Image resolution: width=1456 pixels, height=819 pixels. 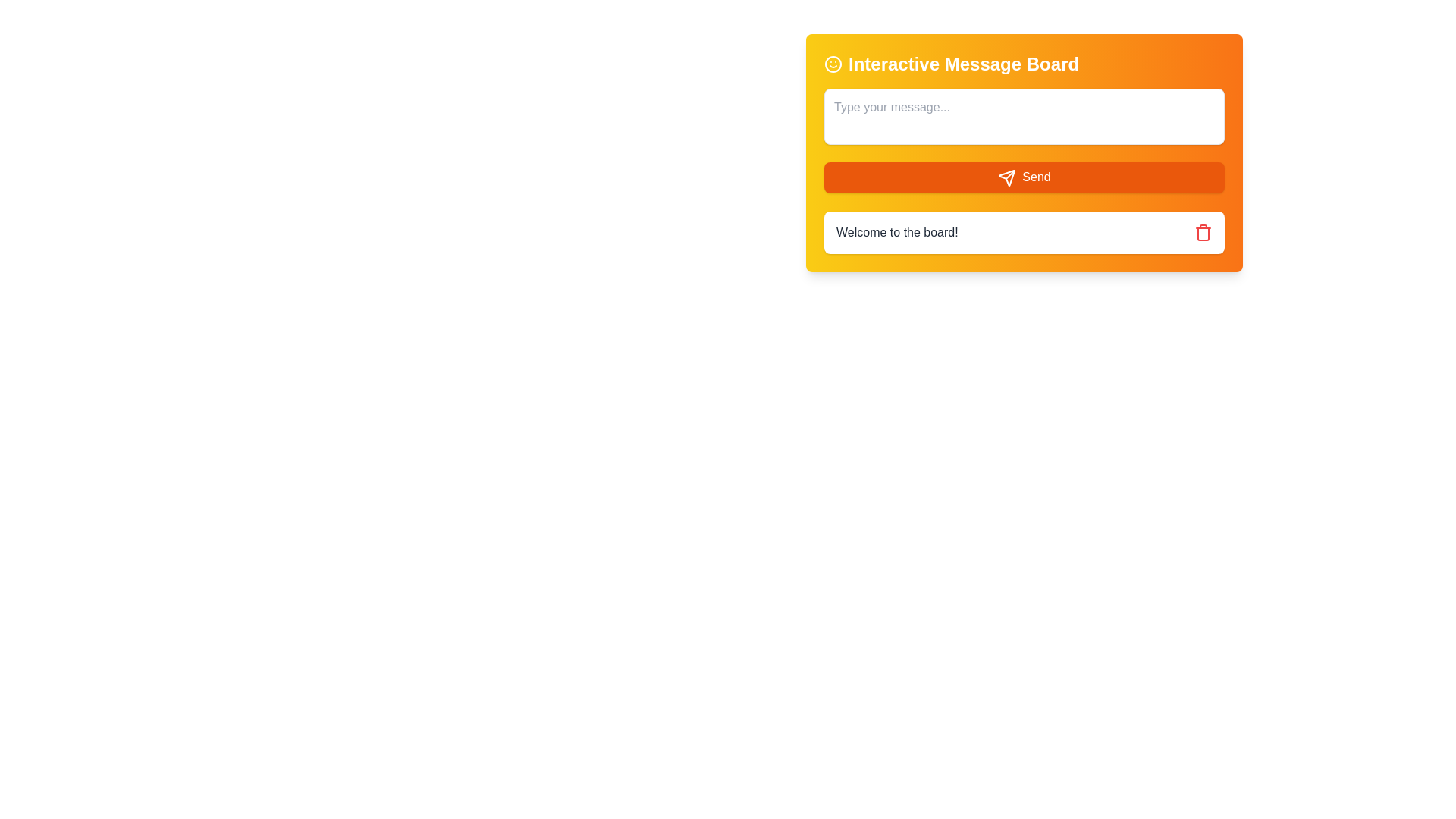 What do you see at coordinates (1024, 177) in the screenshot?
I see `the 'Send' button with a bold orange background and white text, which includes a paper plane icon, to provide visual feedback` at bounding box center [1024, 177].